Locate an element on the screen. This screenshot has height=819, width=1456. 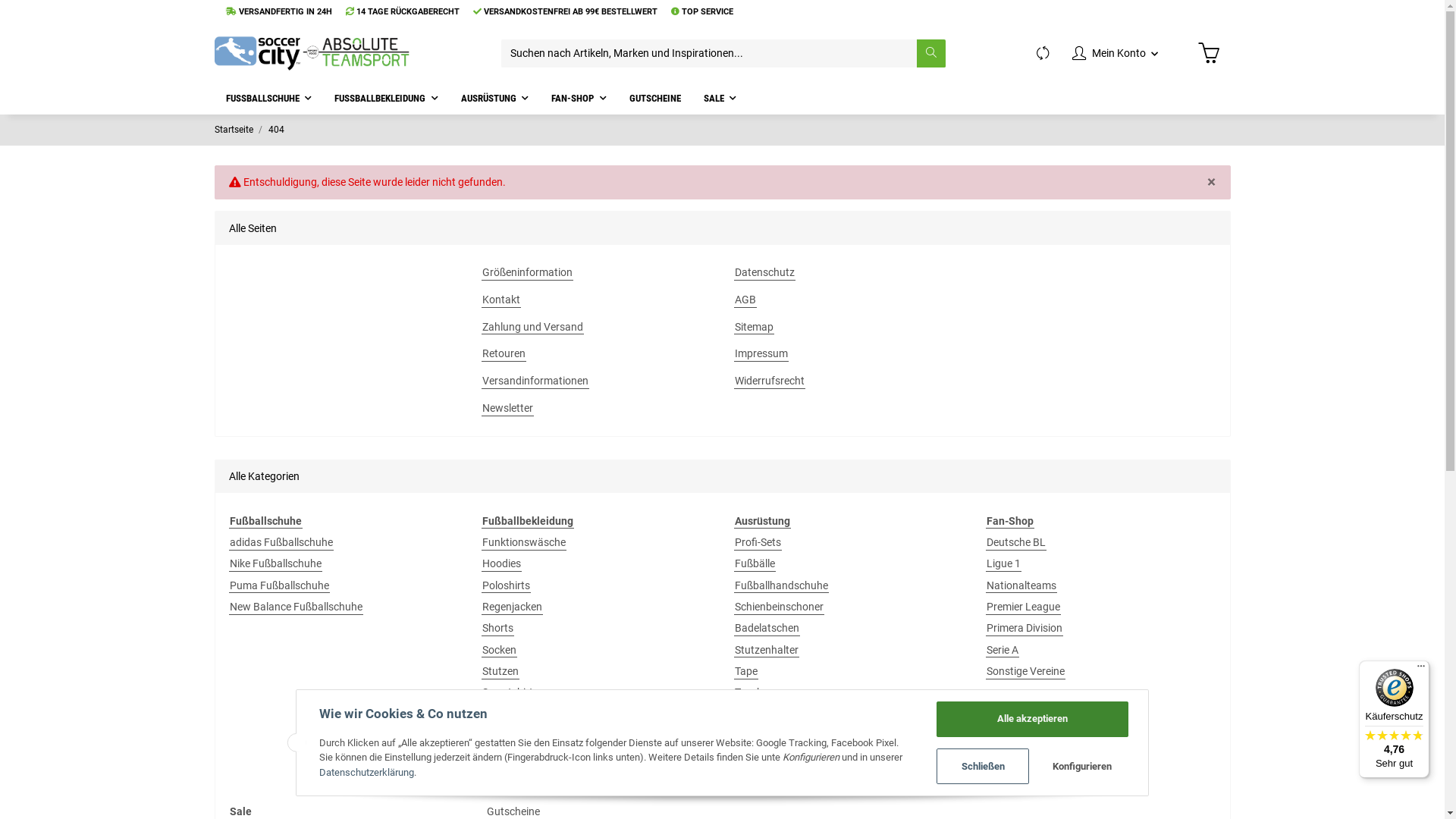
'FAN-SHOP' is located at coordinates (578, 99).